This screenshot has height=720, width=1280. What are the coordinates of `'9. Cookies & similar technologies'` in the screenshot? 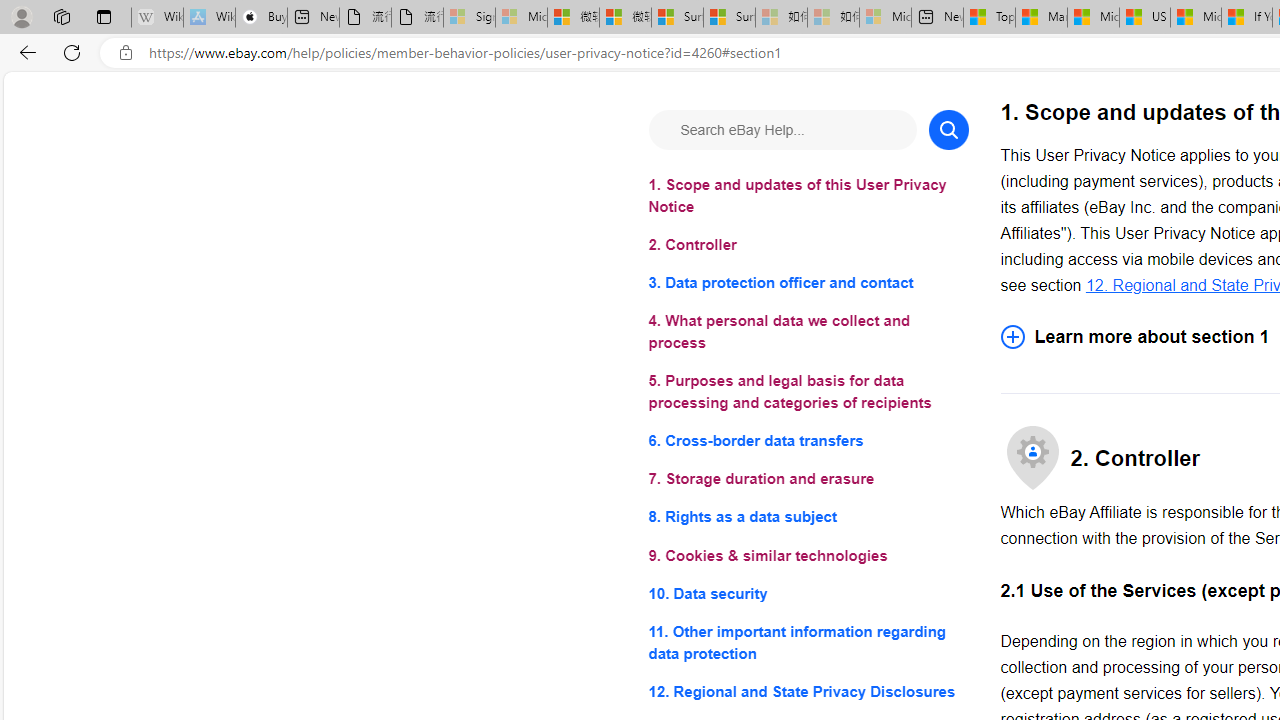 It's located at (808, 555).